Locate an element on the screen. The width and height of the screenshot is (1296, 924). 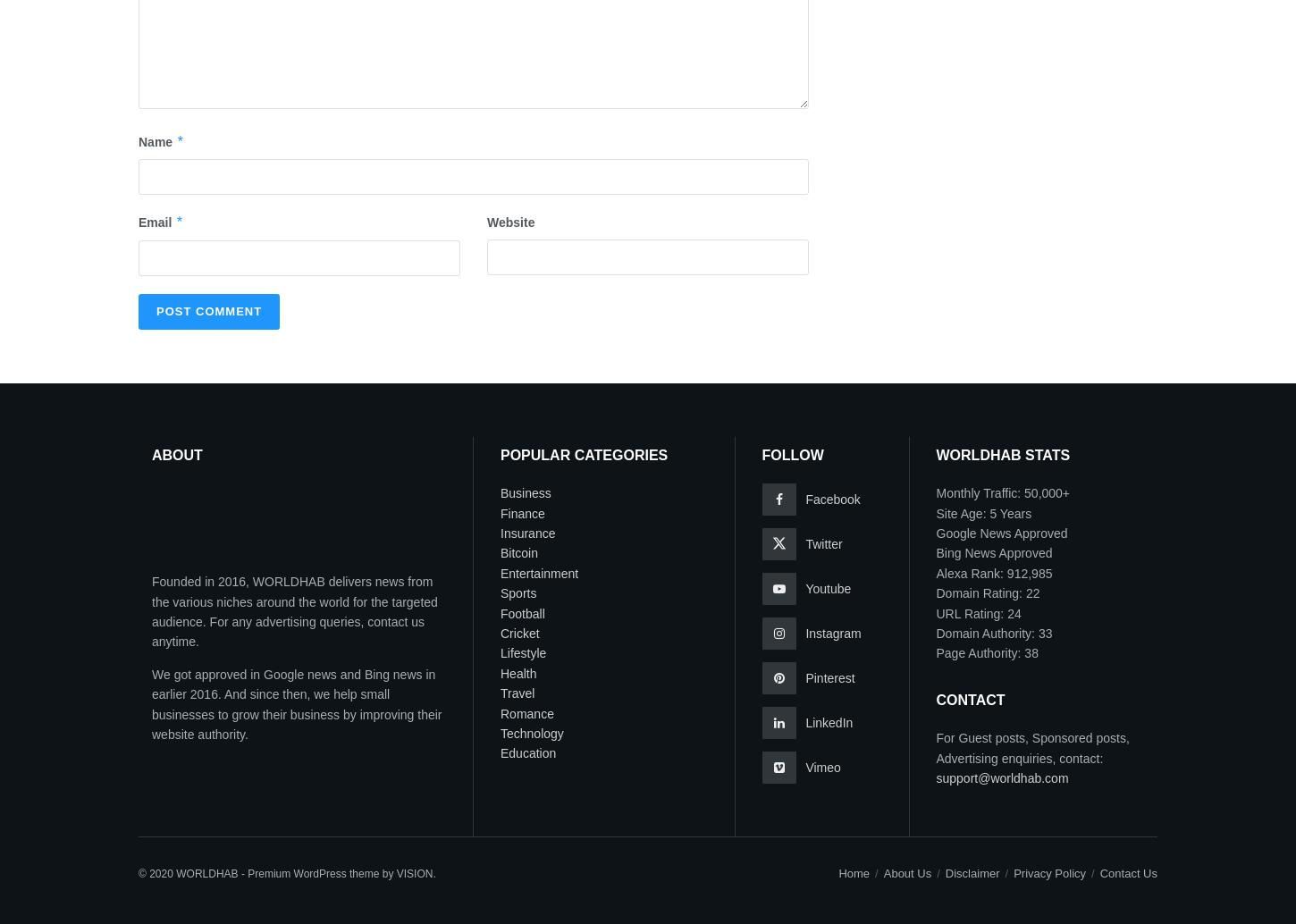
'Google News Approved' is located at coordinates (936, 533).